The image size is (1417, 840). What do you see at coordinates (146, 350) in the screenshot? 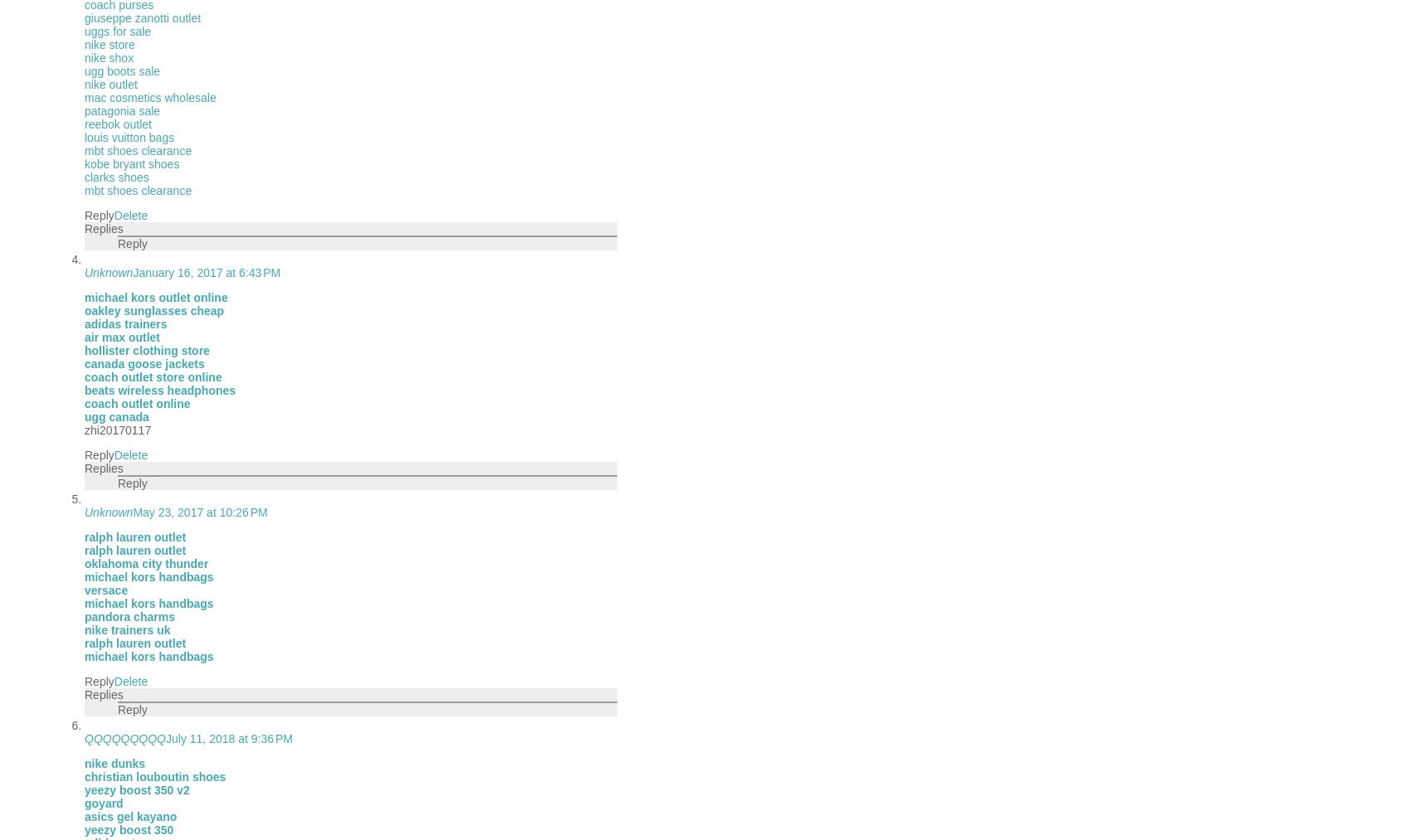
I see `'hollister clothing store'` at bounding box center [146, 350].